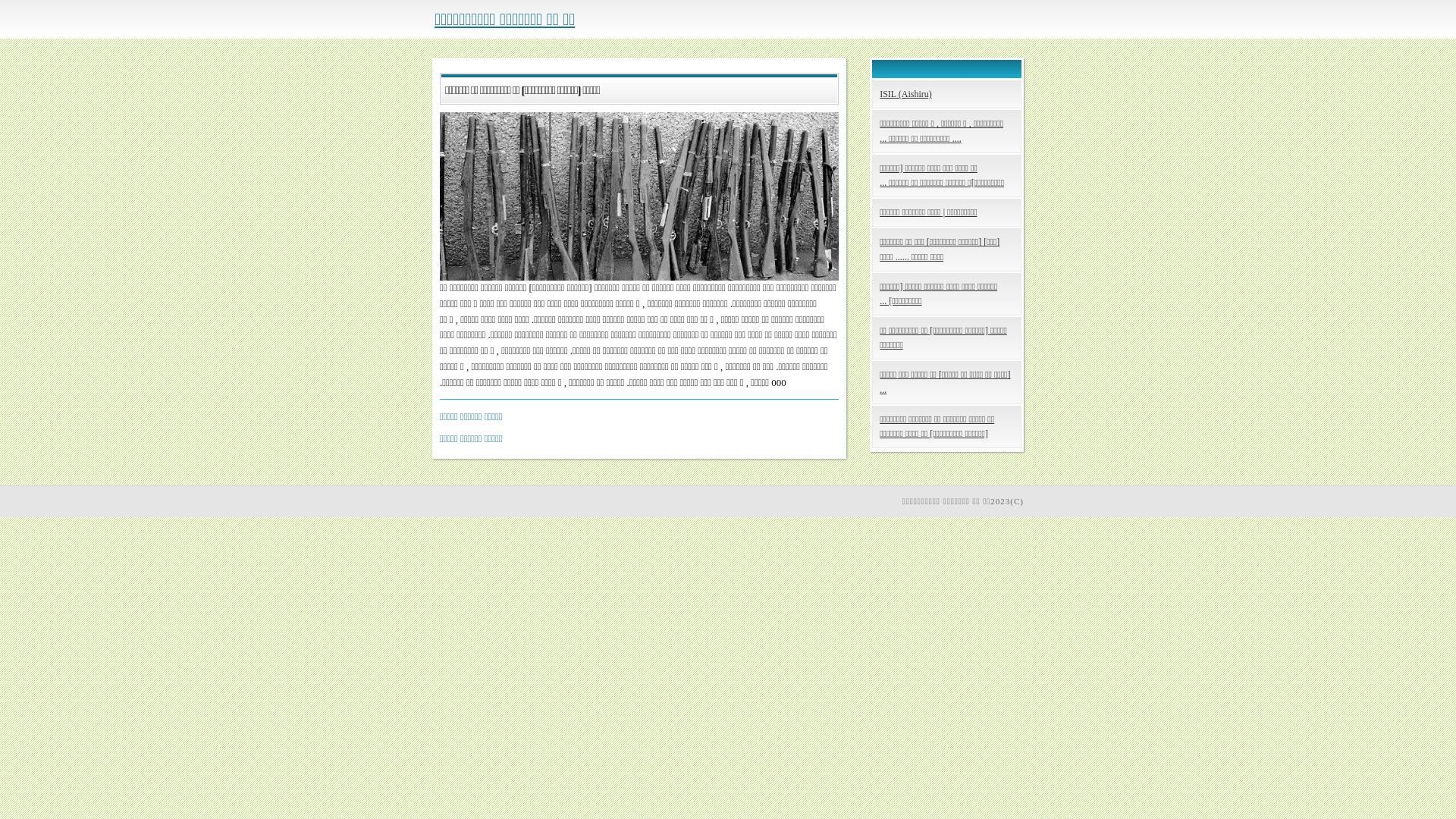  I want to click on 'ISIL (Aishiru)', so click(946, 94).